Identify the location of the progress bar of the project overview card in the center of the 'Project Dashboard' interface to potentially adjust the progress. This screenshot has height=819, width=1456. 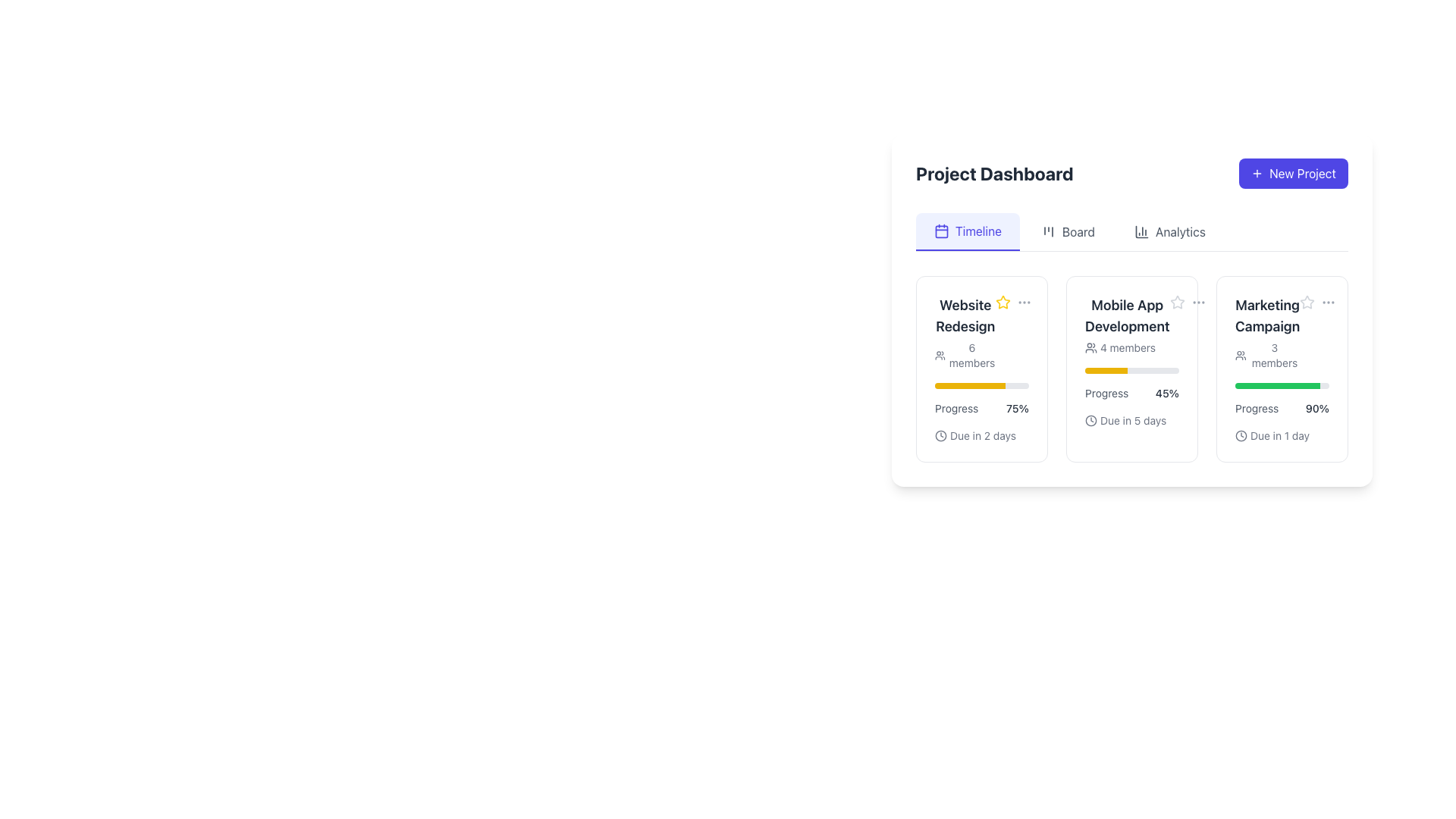
(1131, 369).